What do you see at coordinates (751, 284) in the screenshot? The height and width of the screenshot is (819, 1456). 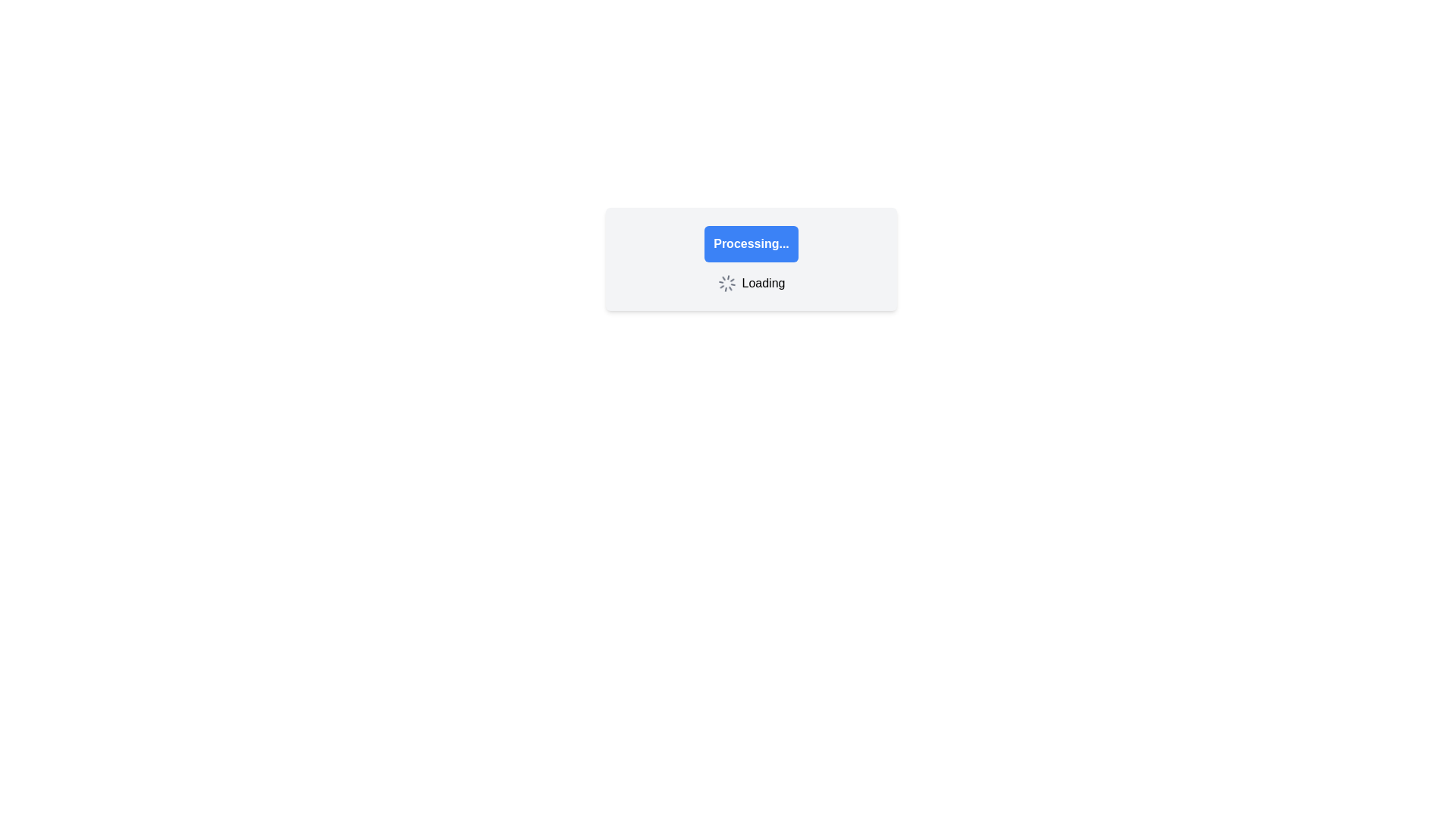 I see `the loading progress by interacting with the loading indicator that displays an animated spinning icon and the text 'Loading', positioned below the 'Processing...' button` at bounding box center [751, 284].